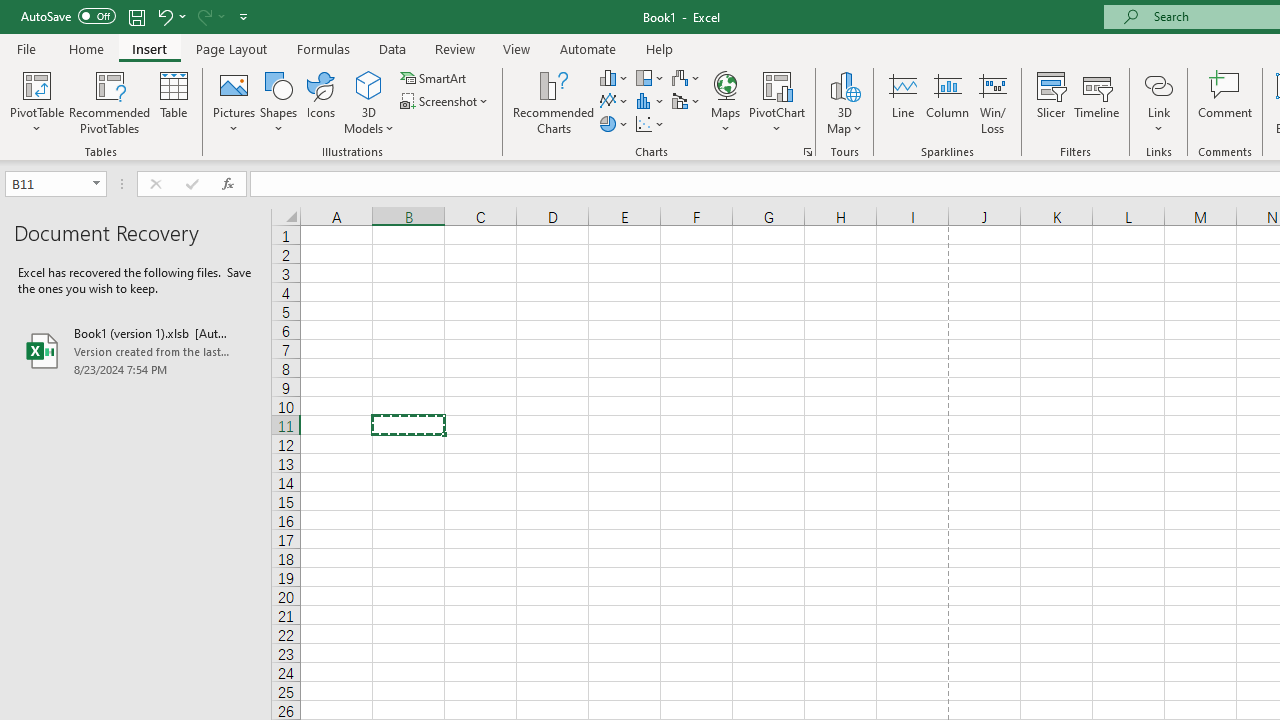  I want to click on 'Pictures', so click(234, 103).